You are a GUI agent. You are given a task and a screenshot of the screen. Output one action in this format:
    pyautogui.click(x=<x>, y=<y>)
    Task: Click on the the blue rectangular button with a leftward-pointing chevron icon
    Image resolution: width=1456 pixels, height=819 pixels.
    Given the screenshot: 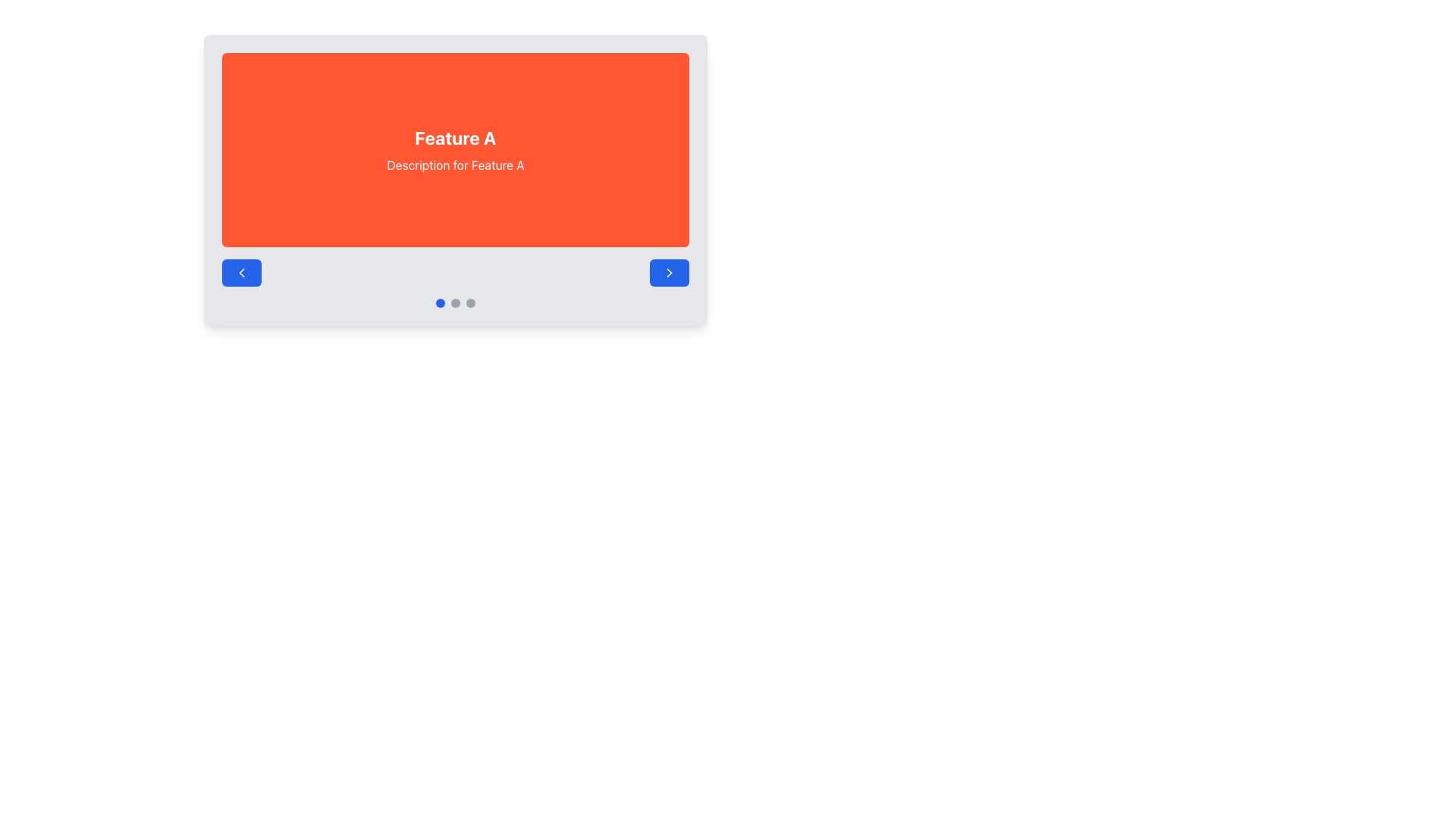 What is the action you would take?
    pyautogui.click(x=240, y=271)
    